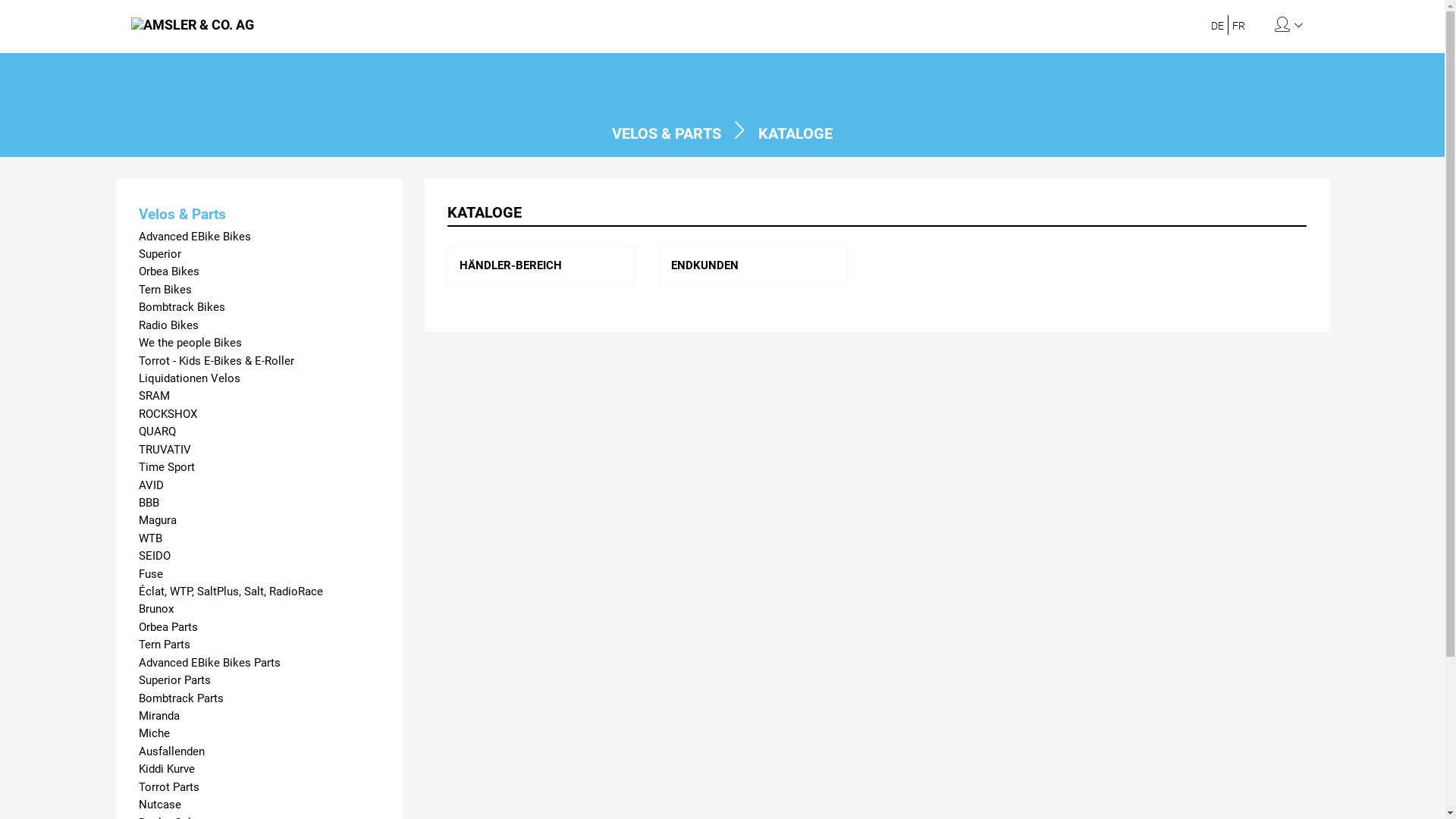  I want to click on 'Velos & Parts', so click(258, 214).